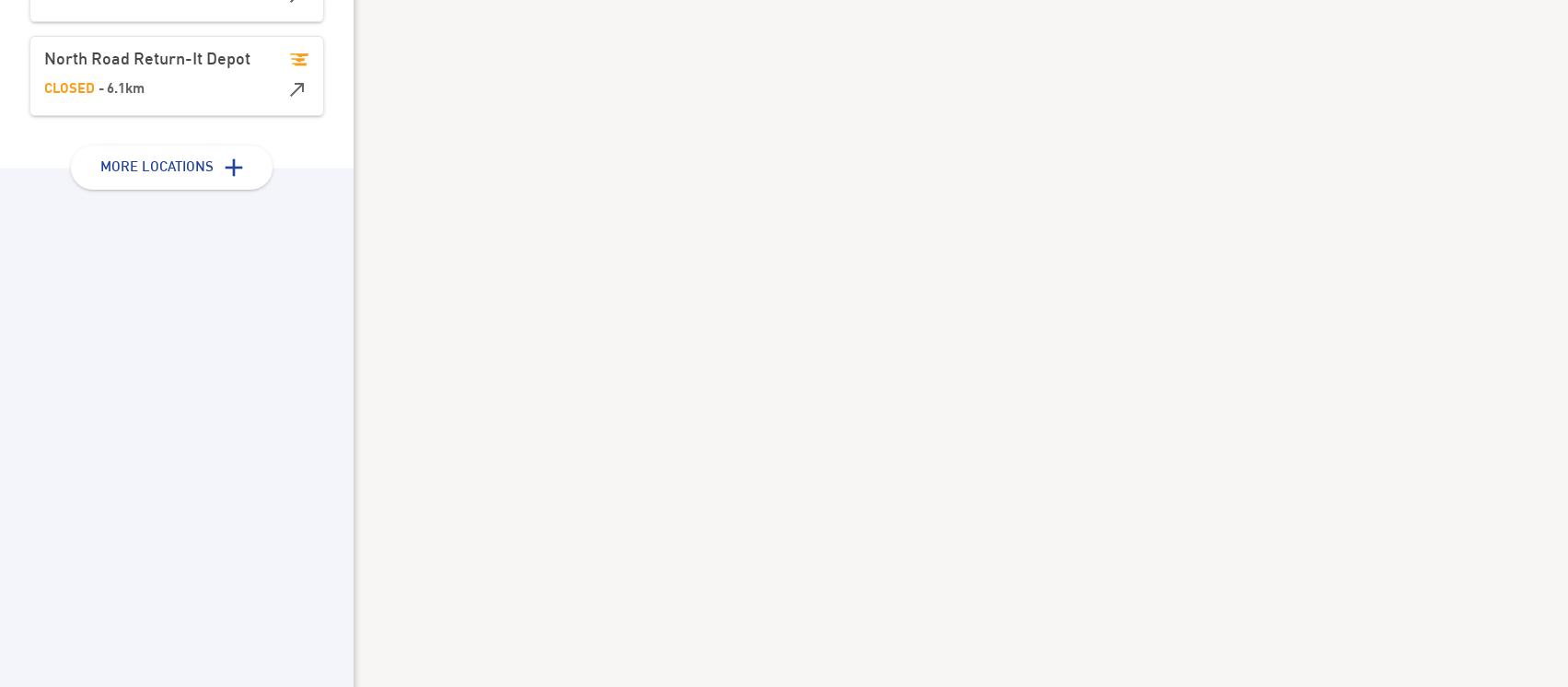 The height and width of the screenshot is (687, 1568). I want to click on 'Liquor Plastic', so click(672, 230).